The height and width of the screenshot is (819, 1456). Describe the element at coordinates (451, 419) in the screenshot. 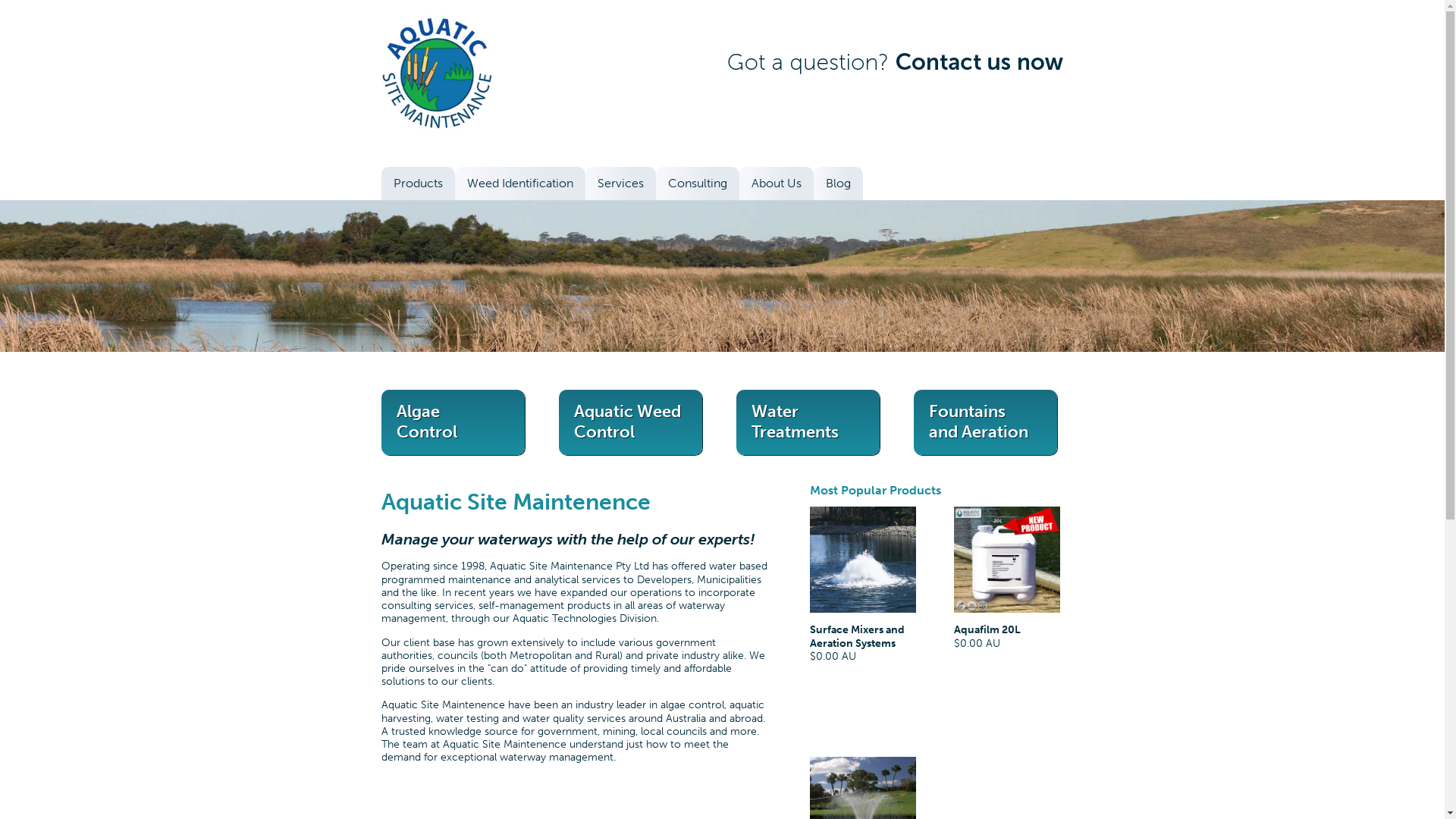

I see `'Algae` at that location.